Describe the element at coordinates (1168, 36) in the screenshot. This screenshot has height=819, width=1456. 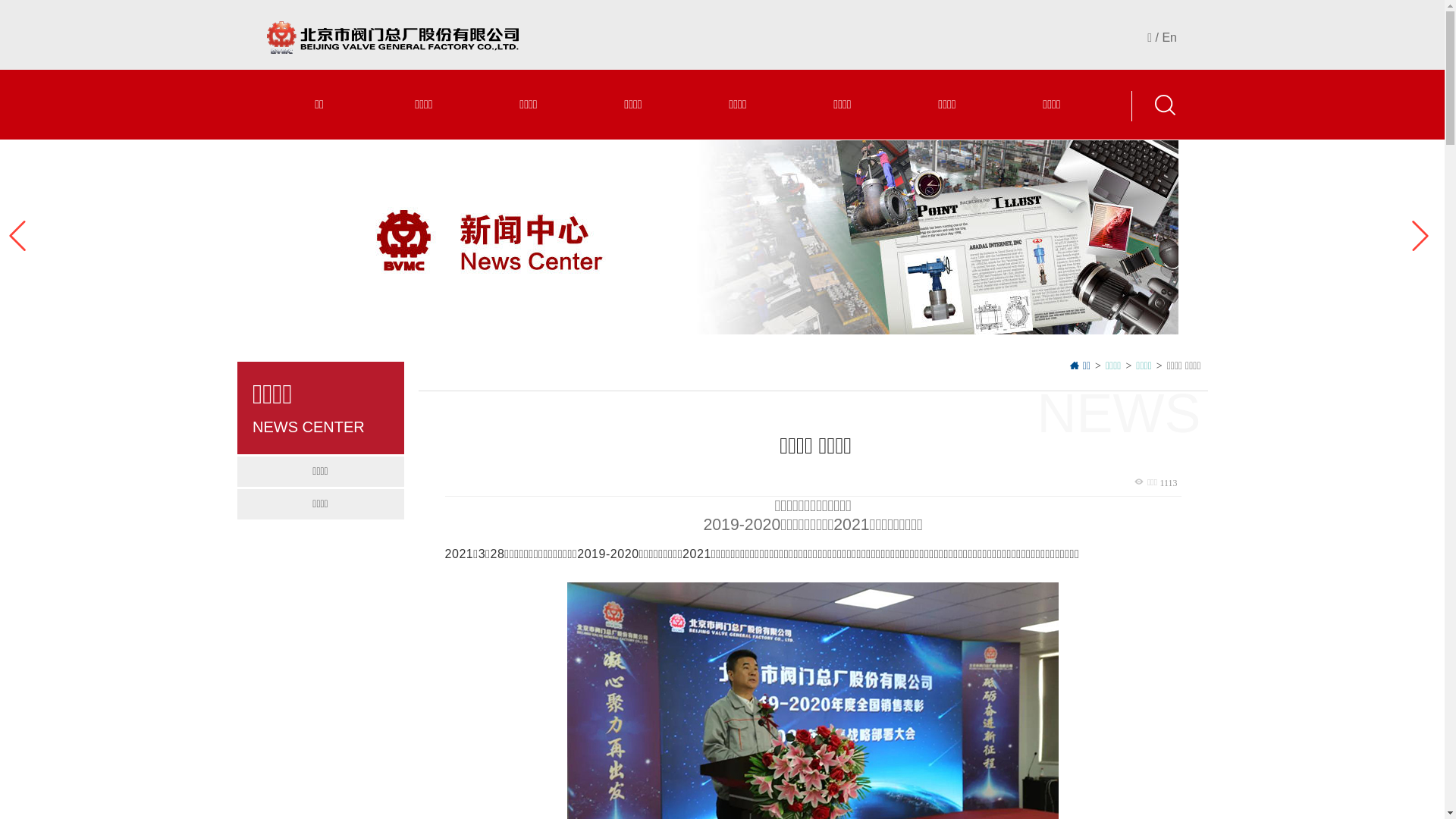
I see `'En'` at that location.